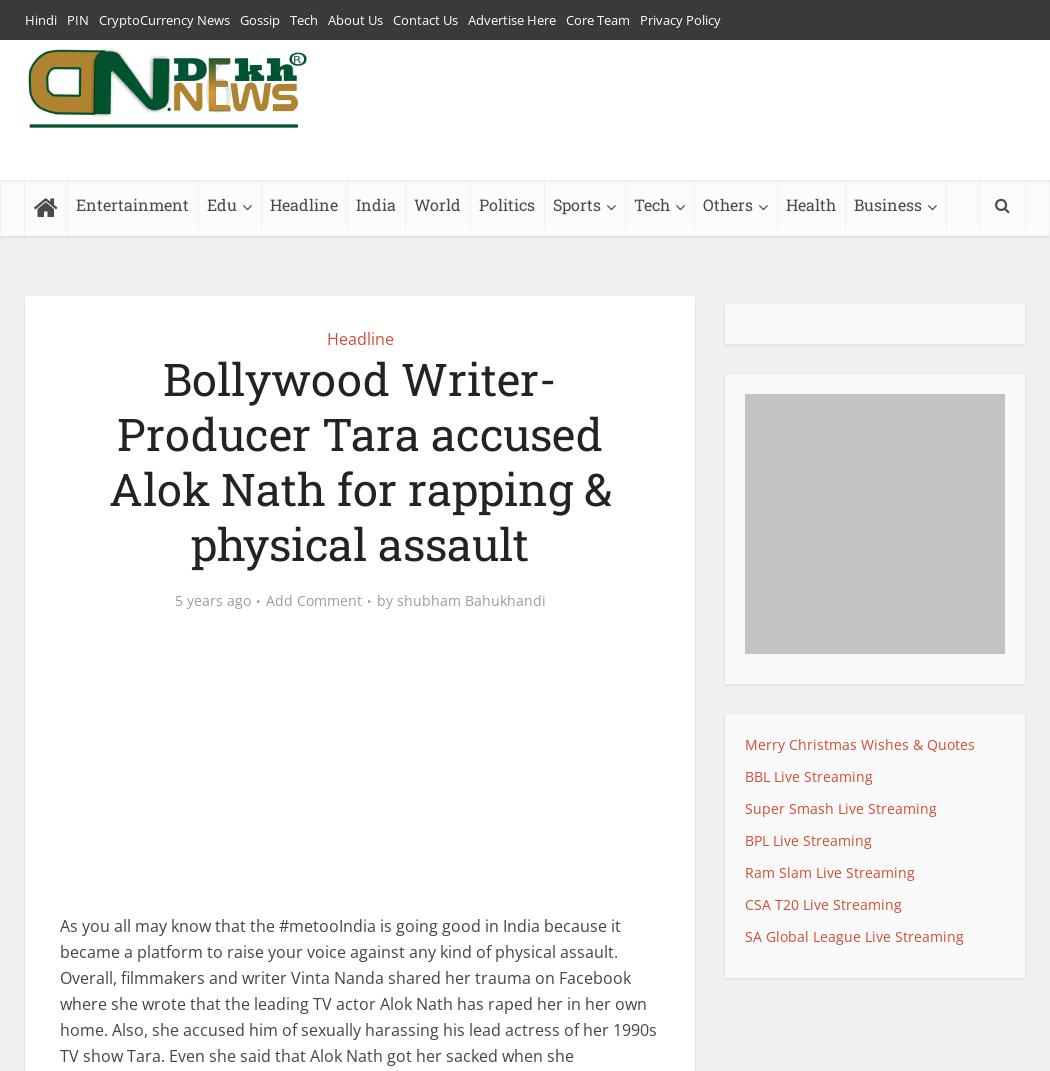 The width and height of the screenshot is (1050, 1071). What do you see at coordinates (259, 19) in the screenshot?
I see `'Gossip'` at bounding box center [259, 19].